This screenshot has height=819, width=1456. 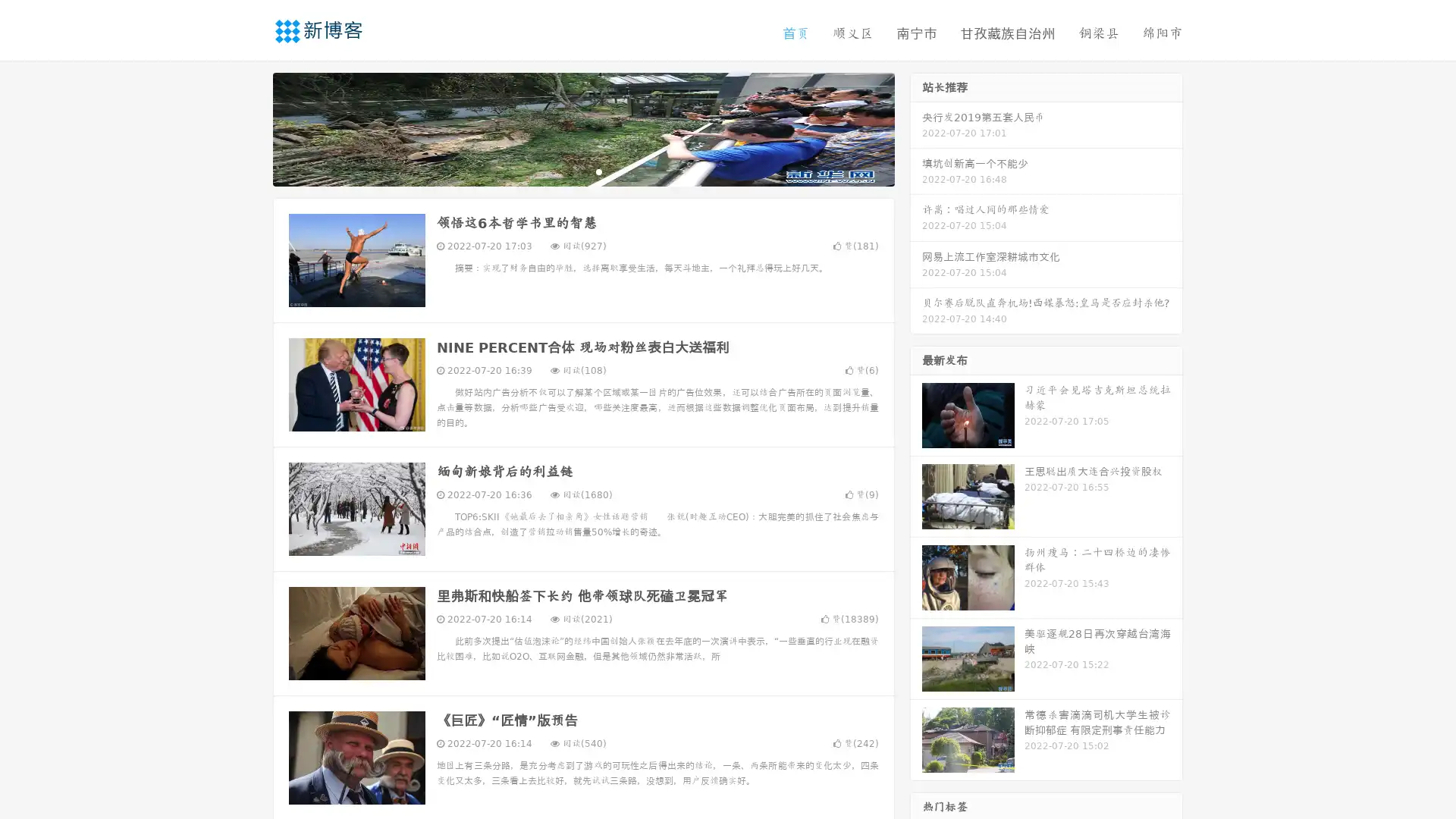 What do you see at coordinates (582, 171) in the screenshot?
I see `Go to slide 2` at bounding box center [582, 171].